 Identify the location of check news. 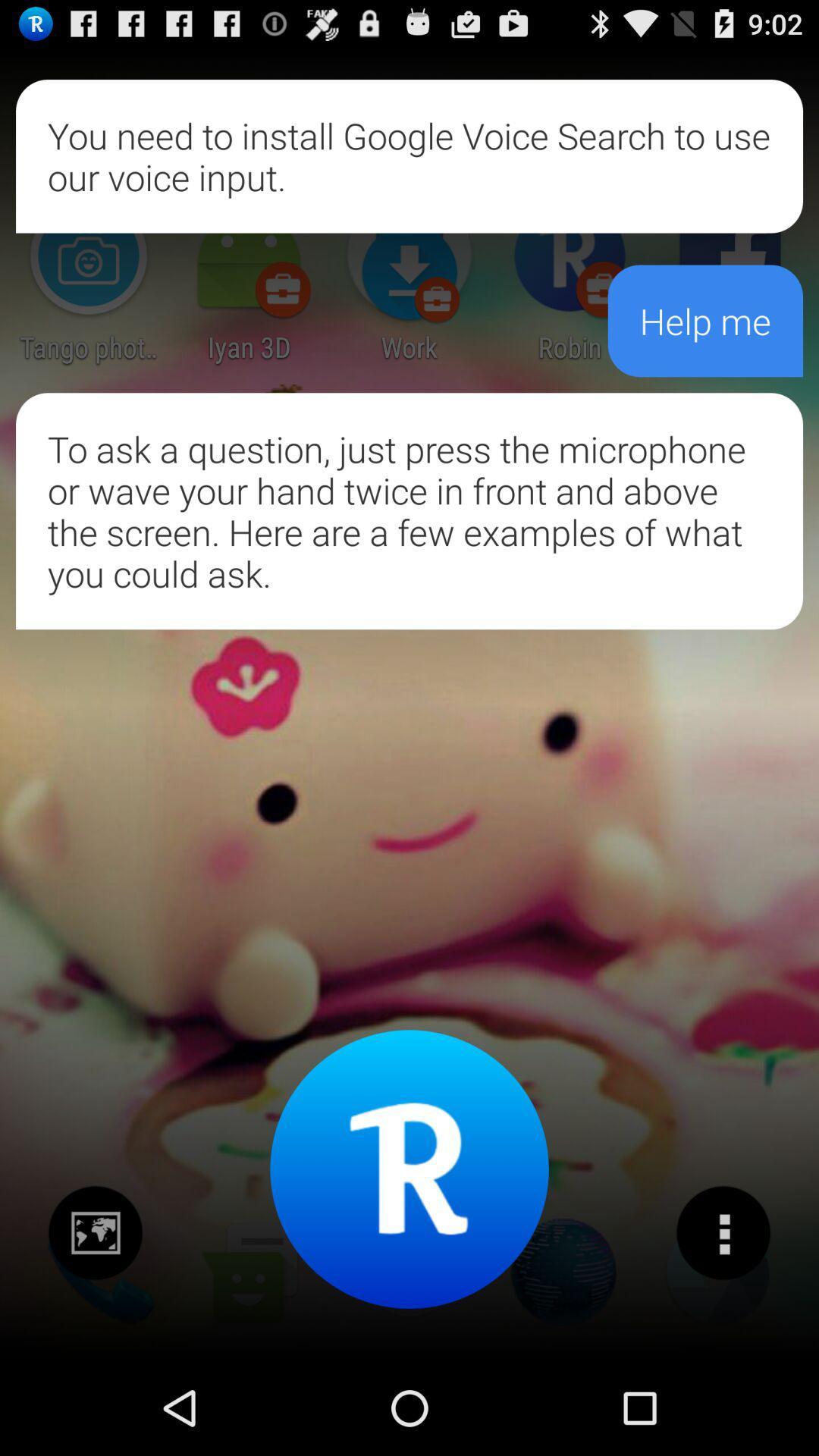
(96, 1233).